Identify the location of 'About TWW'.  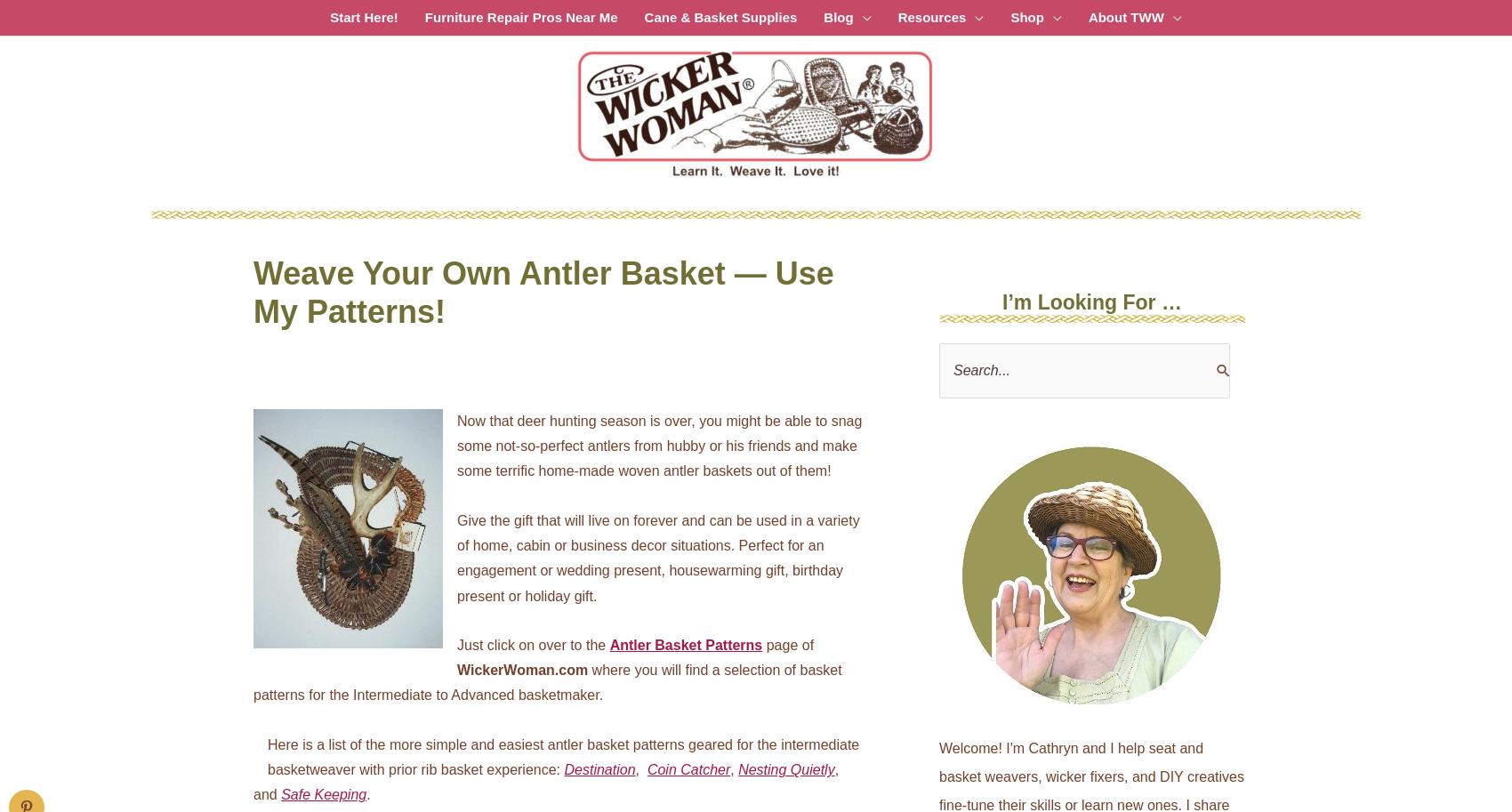
(1124, 17).